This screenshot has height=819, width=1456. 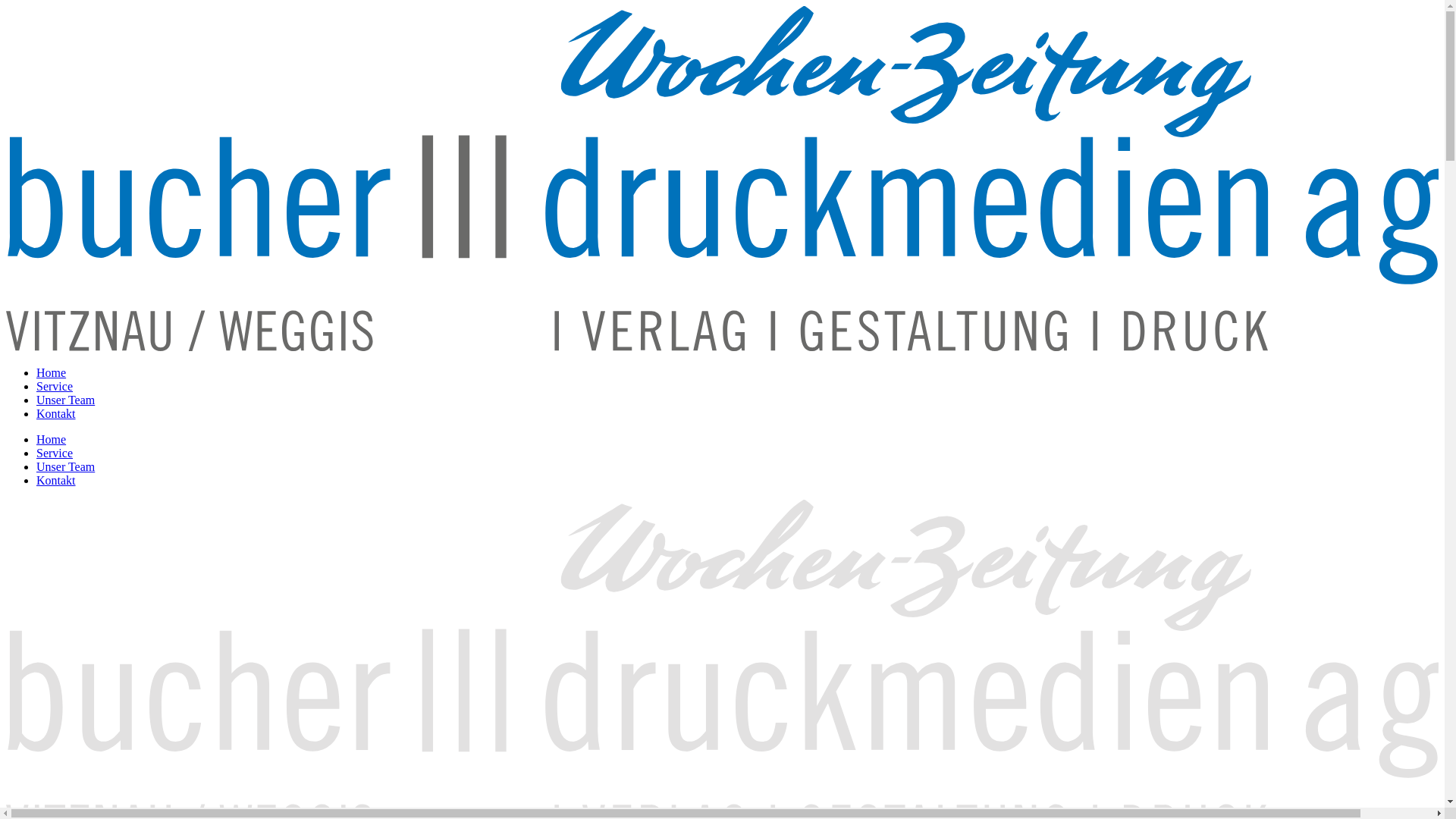 What do you see at coordinates (64, 466) in the screenshot?
I see `'Unser Team'` at bounding box center [64, 466].